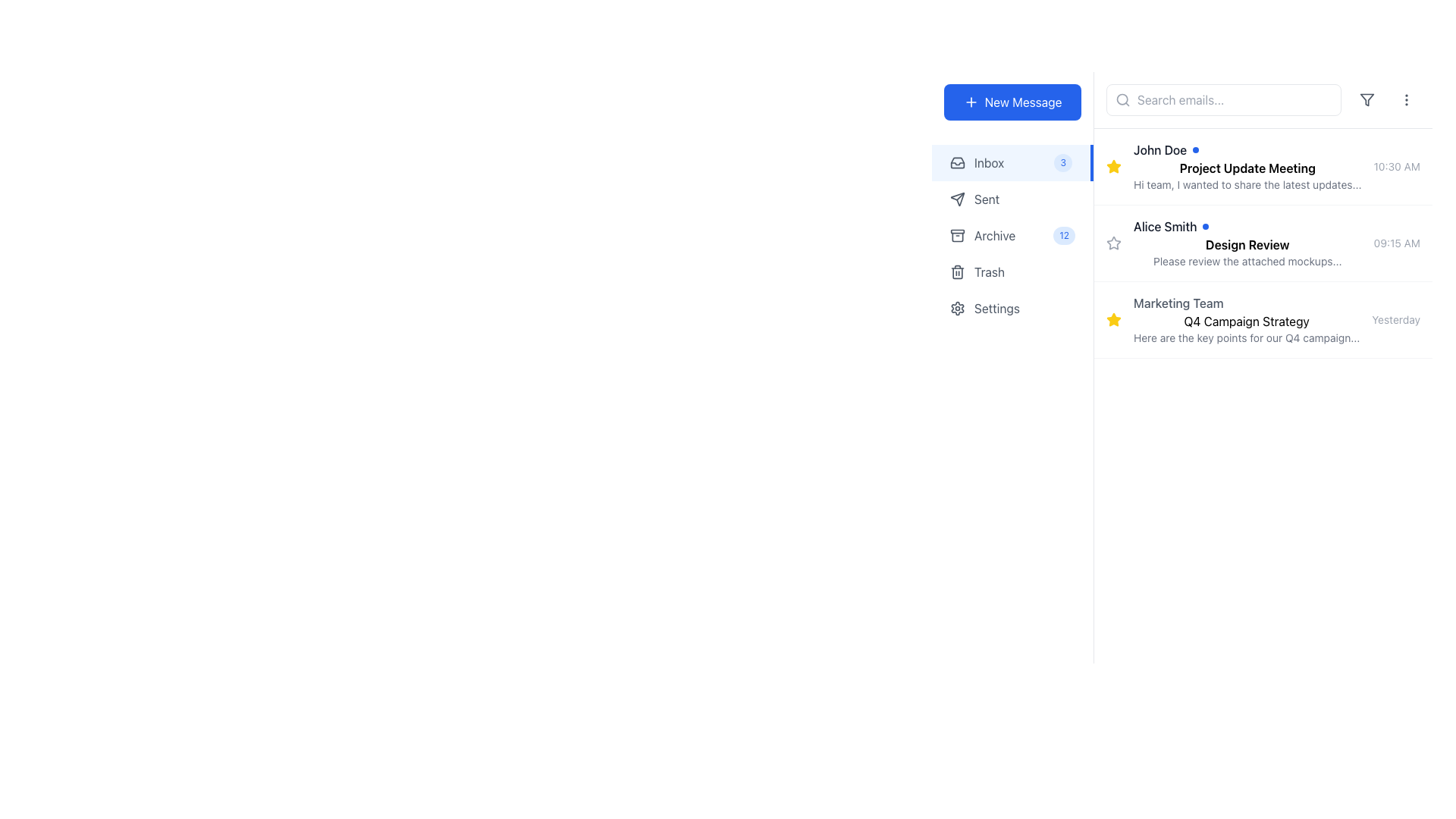  What do you see at coordinates (1113, 242) in the screenshot?
I see `the star button located to the left of the 'Design Review' subject title in the second listing under the 'Inbox' section` at bounding box center [1113, 242].